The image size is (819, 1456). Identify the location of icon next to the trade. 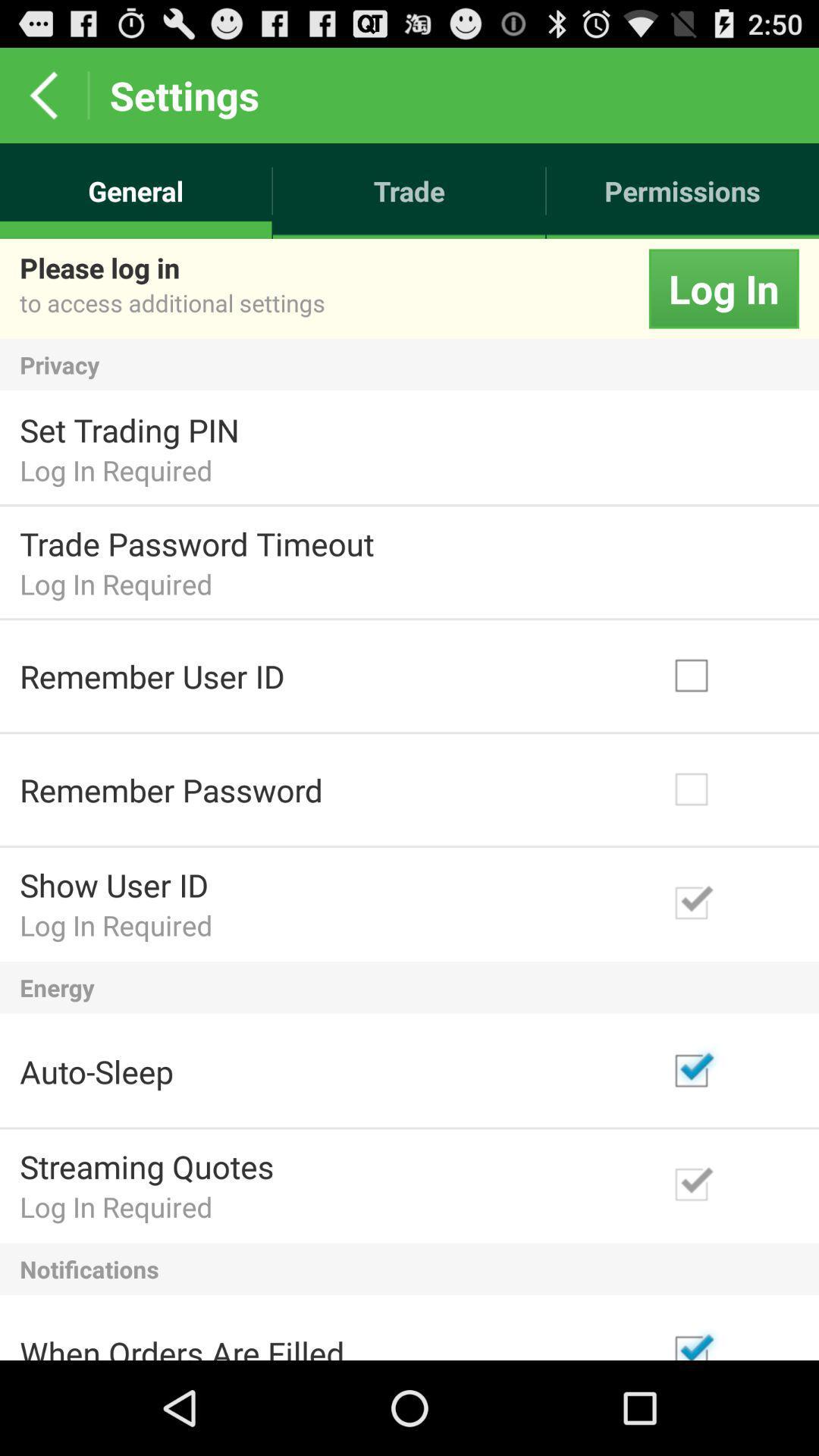
(682, 190).